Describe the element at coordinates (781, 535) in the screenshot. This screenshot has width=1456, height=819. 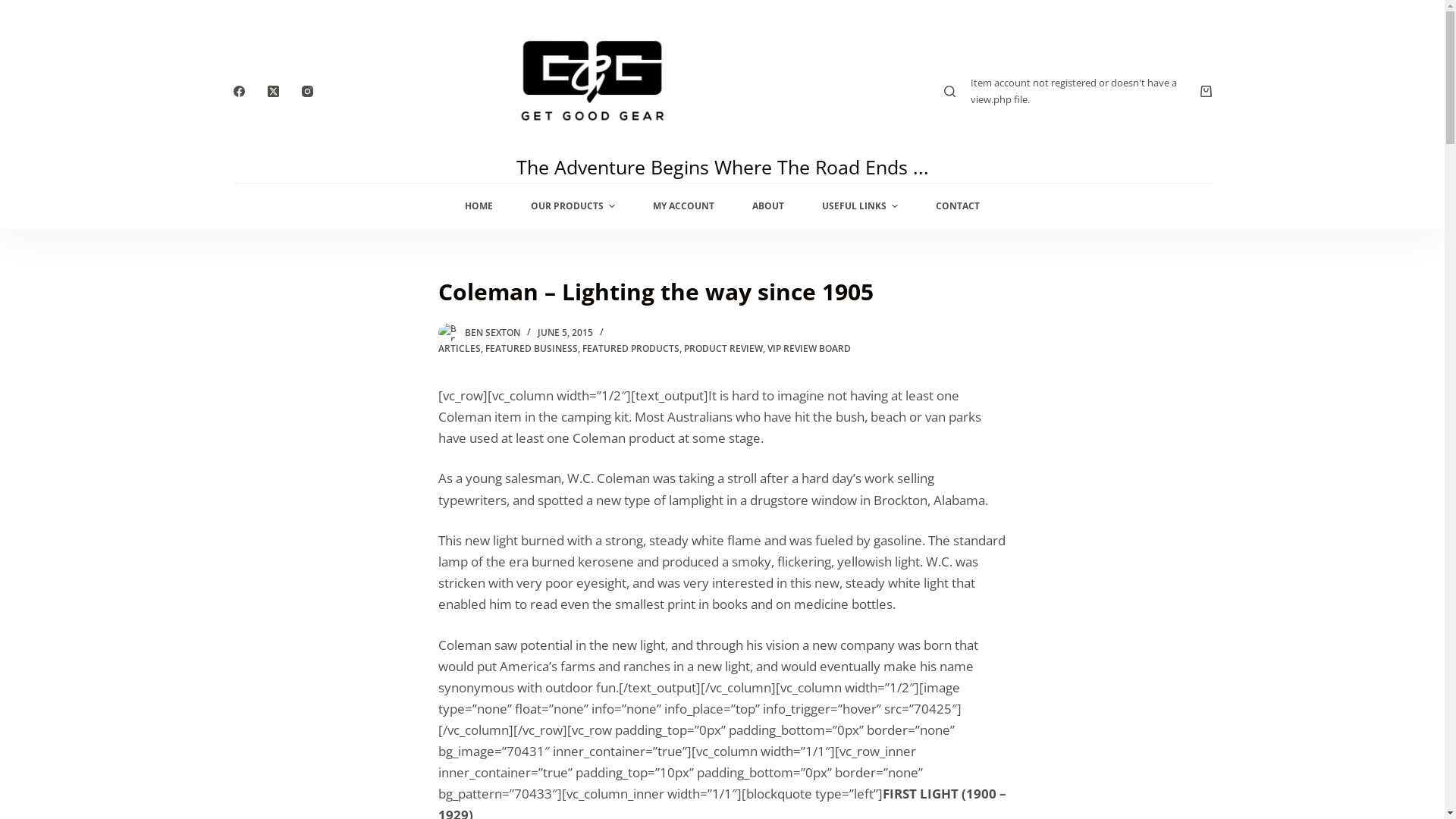
I see `'Privacy Policy'` at that location.